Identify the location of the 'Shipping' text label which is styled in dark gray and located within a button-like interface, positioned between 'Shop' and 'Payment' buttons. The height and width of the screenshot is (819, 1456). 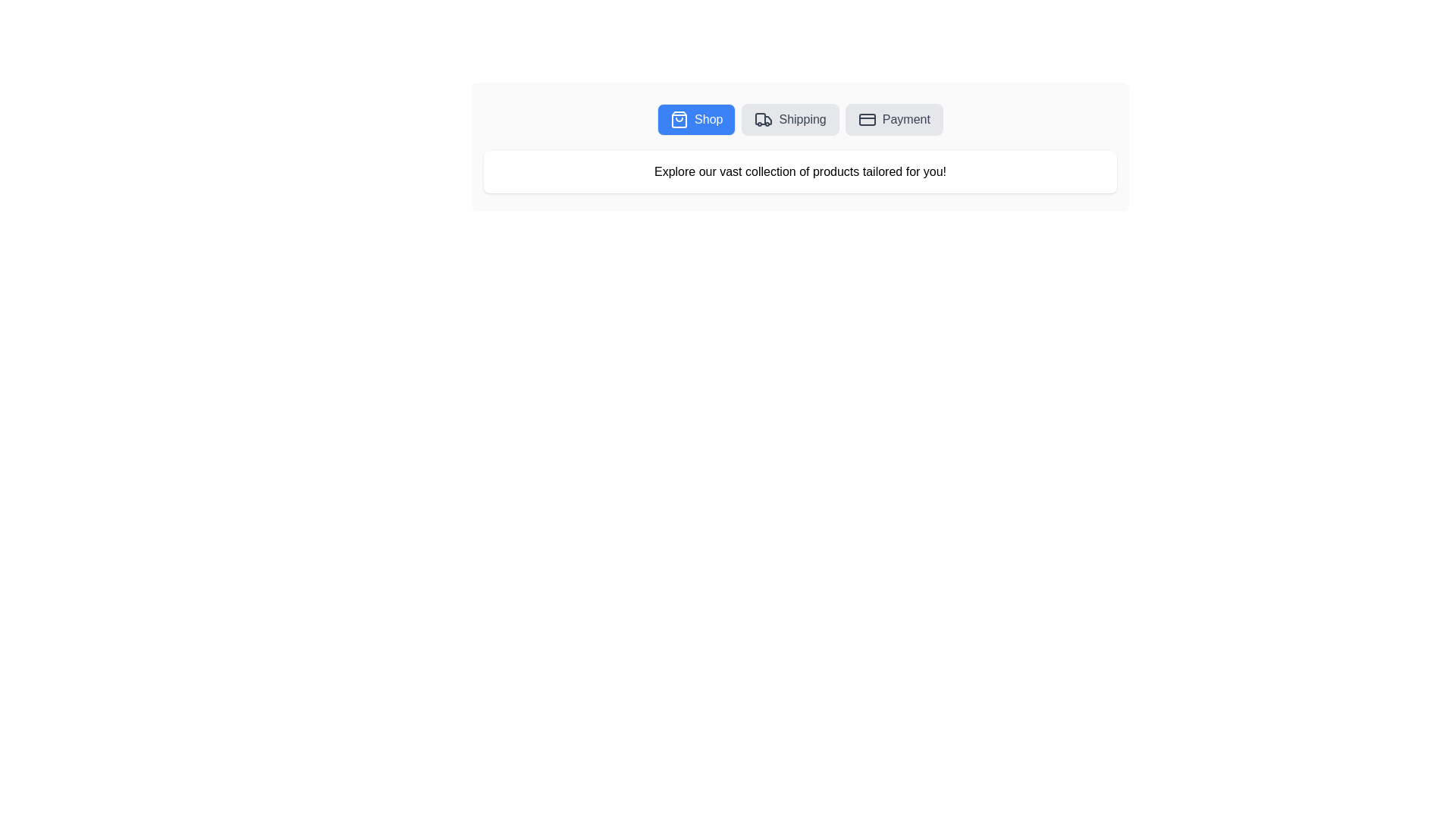
(802, 119).